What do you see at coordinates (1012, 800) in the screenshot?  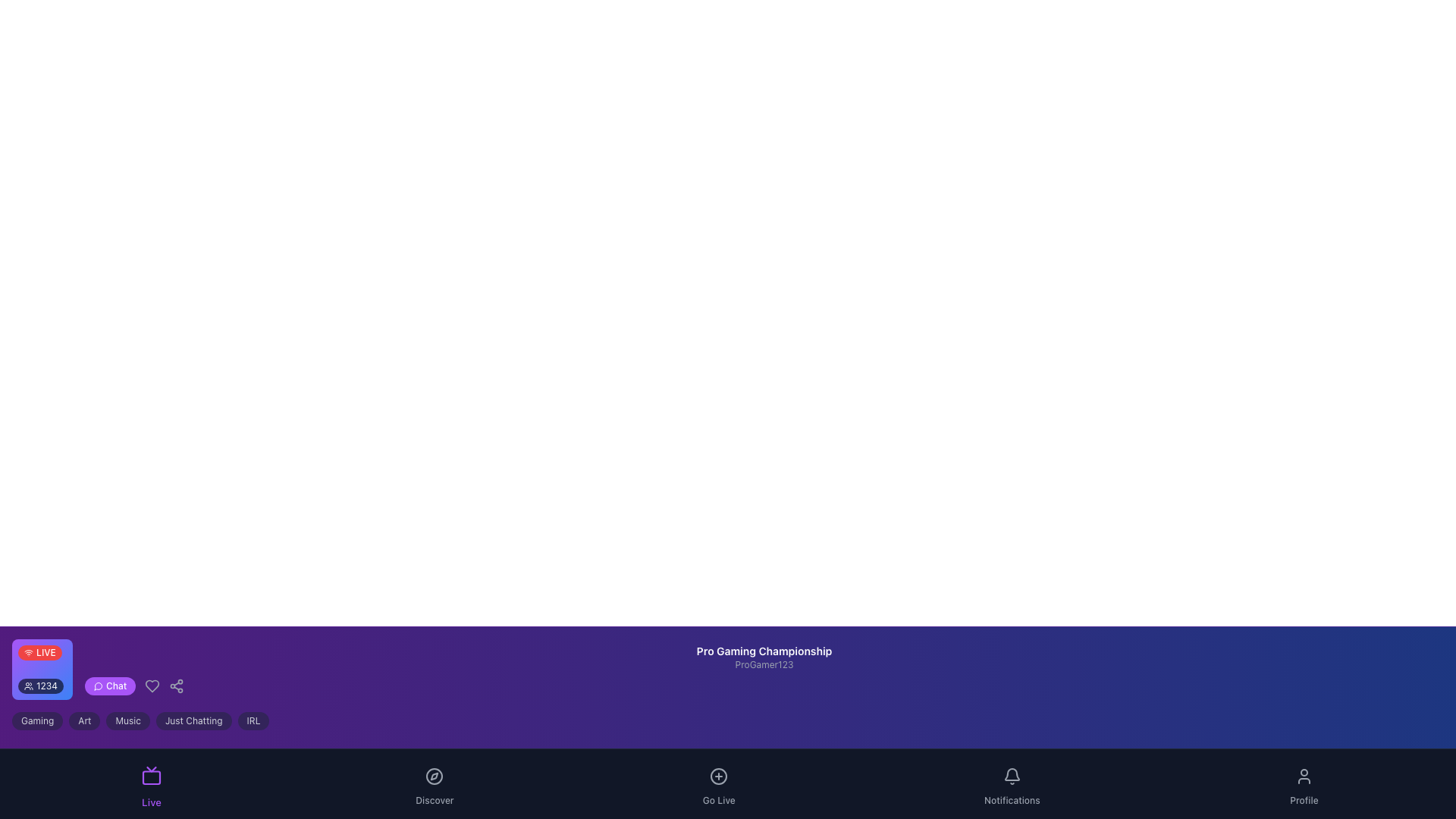 I see `the 'Notifications' text label, which is a small, medium-weight, gray-colored font located centrally beneath a bell icon in the navigation bar` at bounding box center [1012, 800].